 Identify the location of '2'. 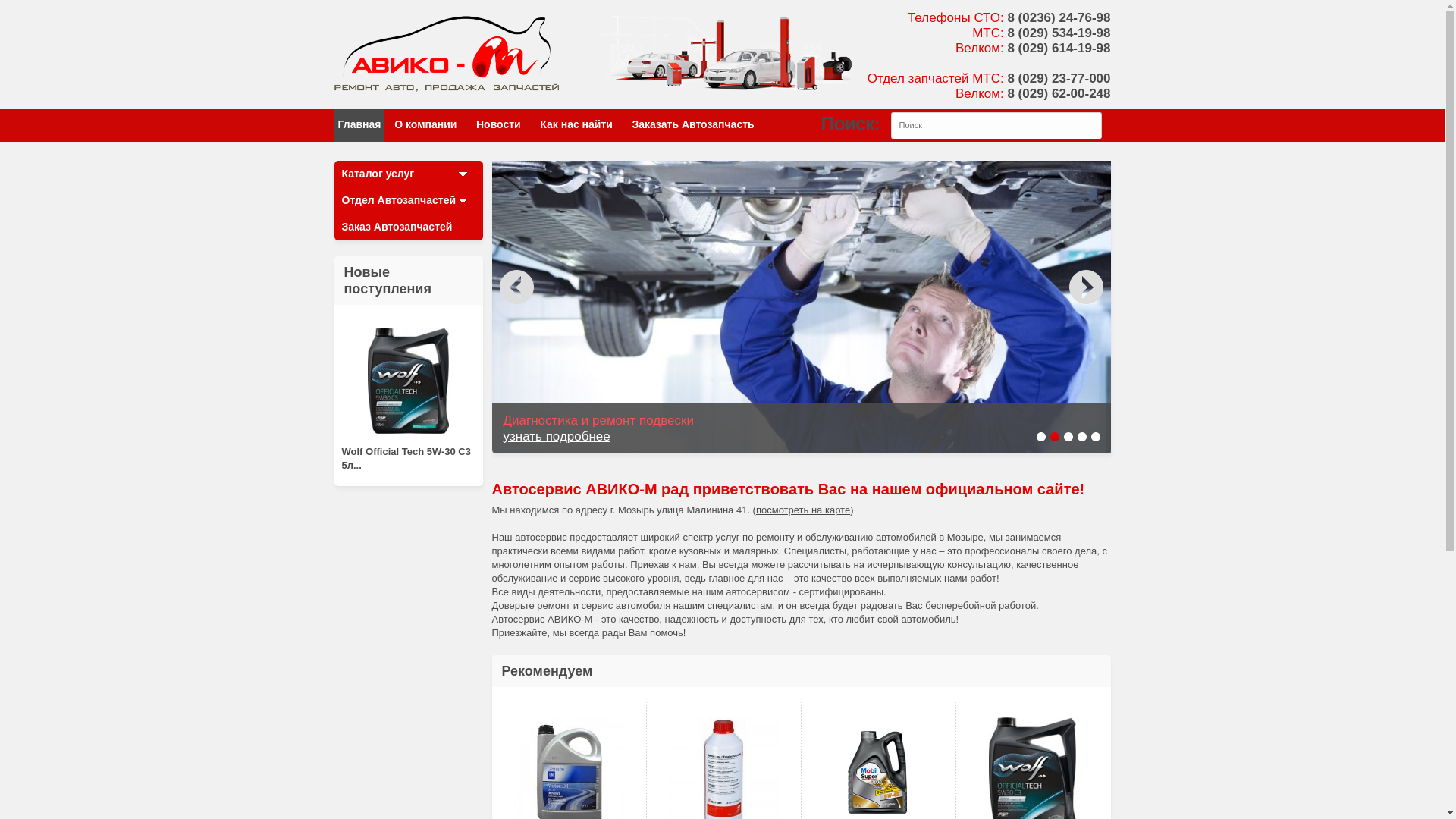
(1053, 436).